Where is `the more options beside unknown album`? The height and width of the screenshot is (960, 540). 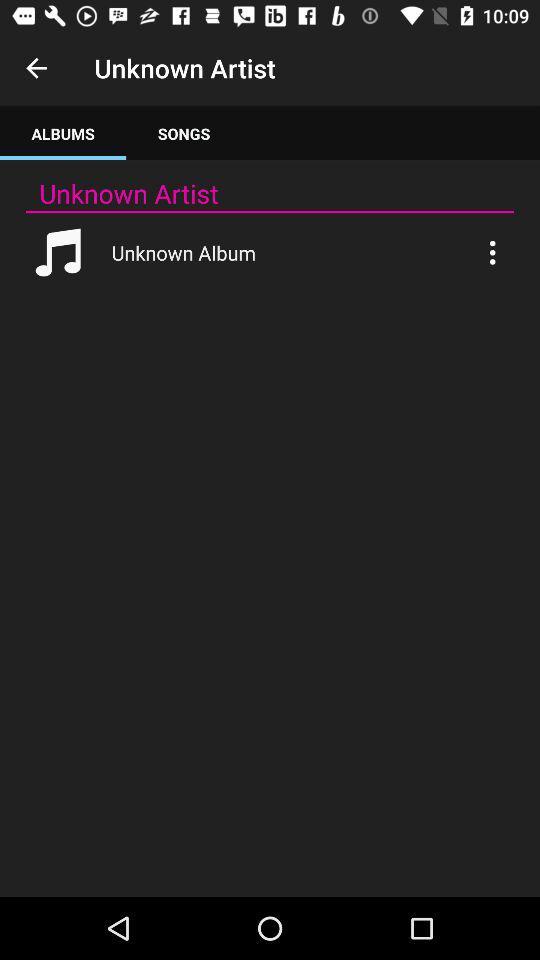 the more options beside unknown album is located at coordinates (491, 251).